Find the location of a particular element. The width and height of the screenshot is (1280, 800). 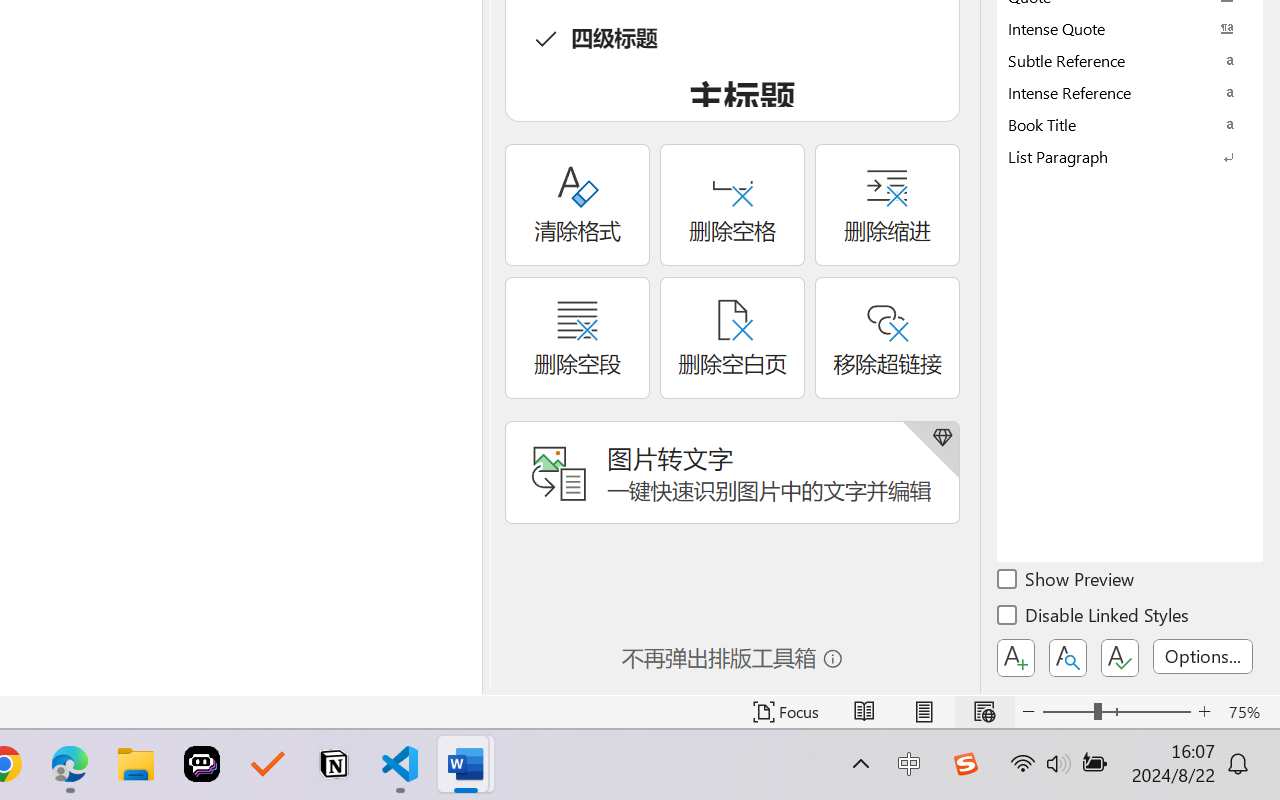

'Options...' is located at coordinates (1202, 655).